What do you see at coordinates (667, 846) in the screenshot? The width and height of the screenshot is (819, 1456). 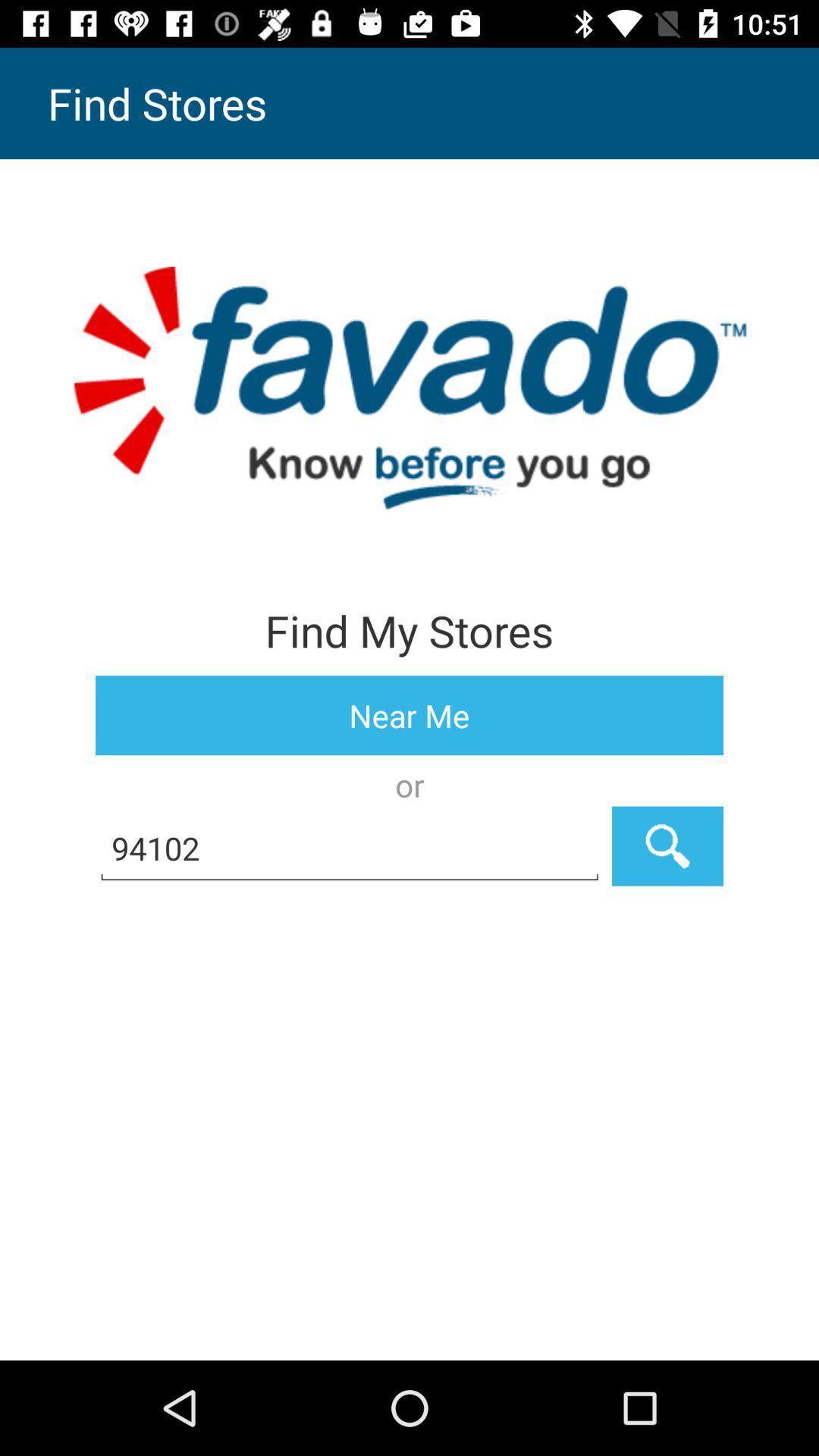 I see `the search icon` at bounding box center [667, 846].